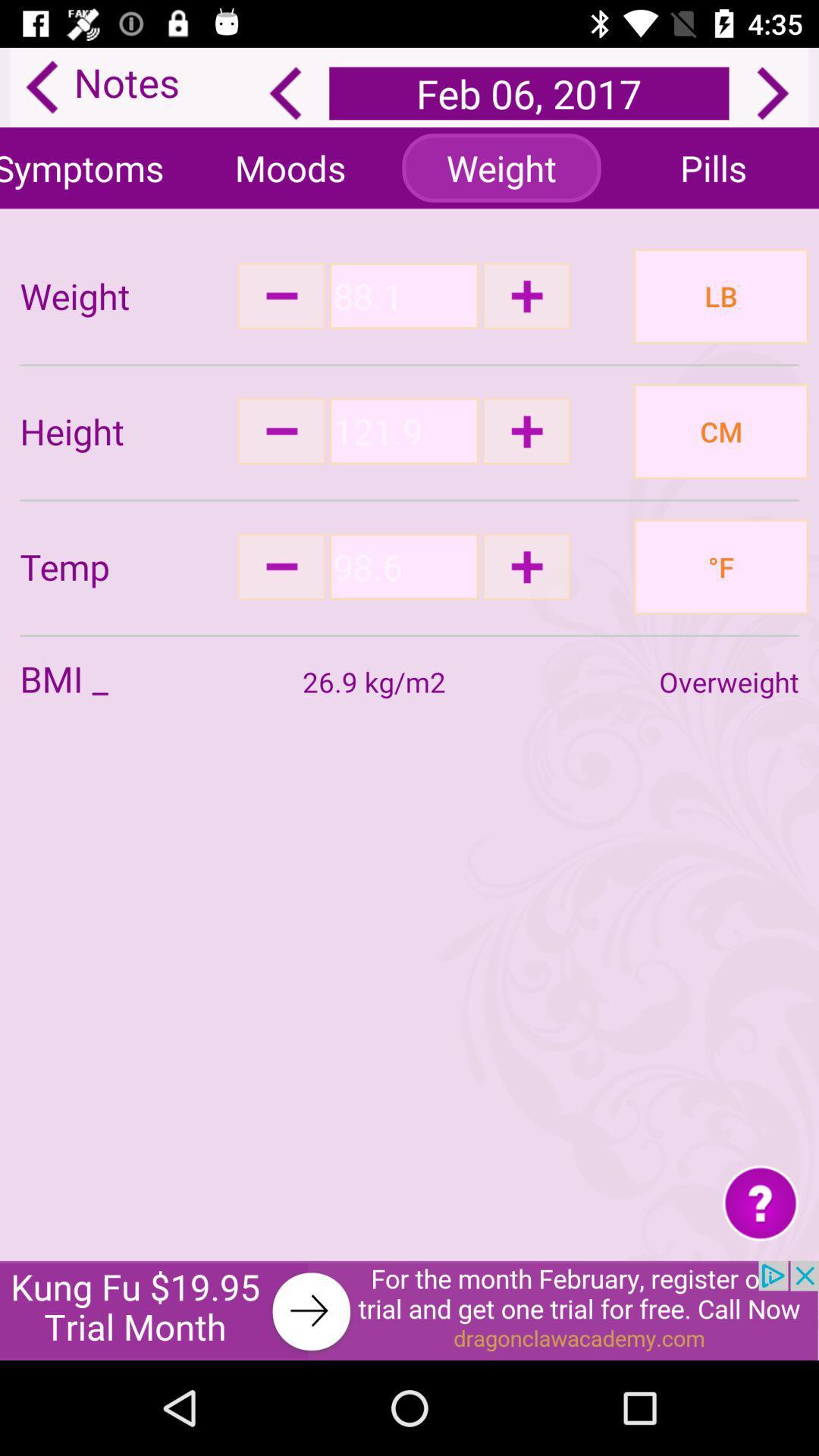 The image size is (819, 1456). What do you see at coordinates (403, 296) in the screenshot?
I see `the weight box` at bounding box center [403, 296].